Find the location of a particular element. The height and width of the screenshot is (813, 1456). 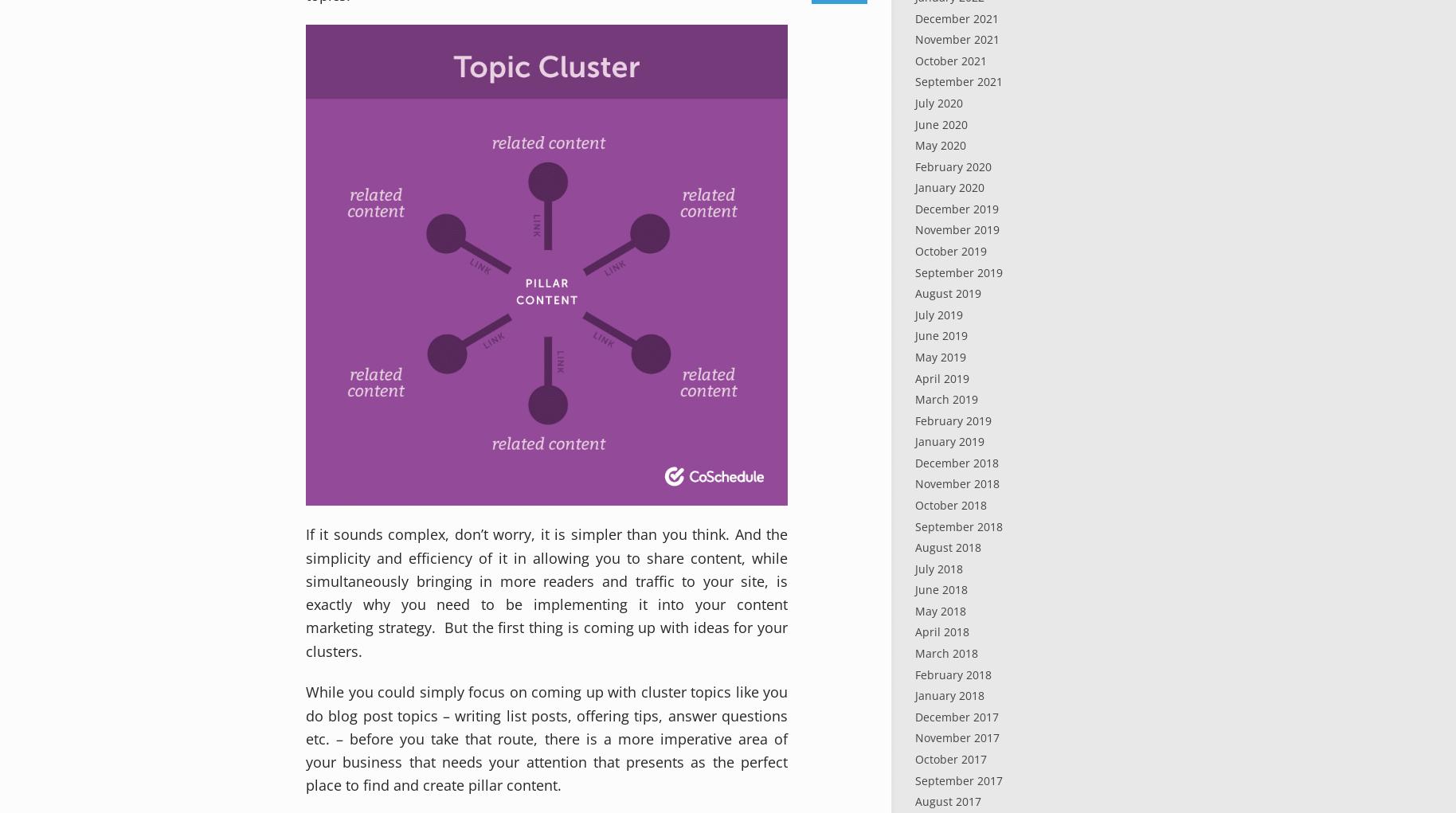

'November 2018' is located at coordinates (914, 483).